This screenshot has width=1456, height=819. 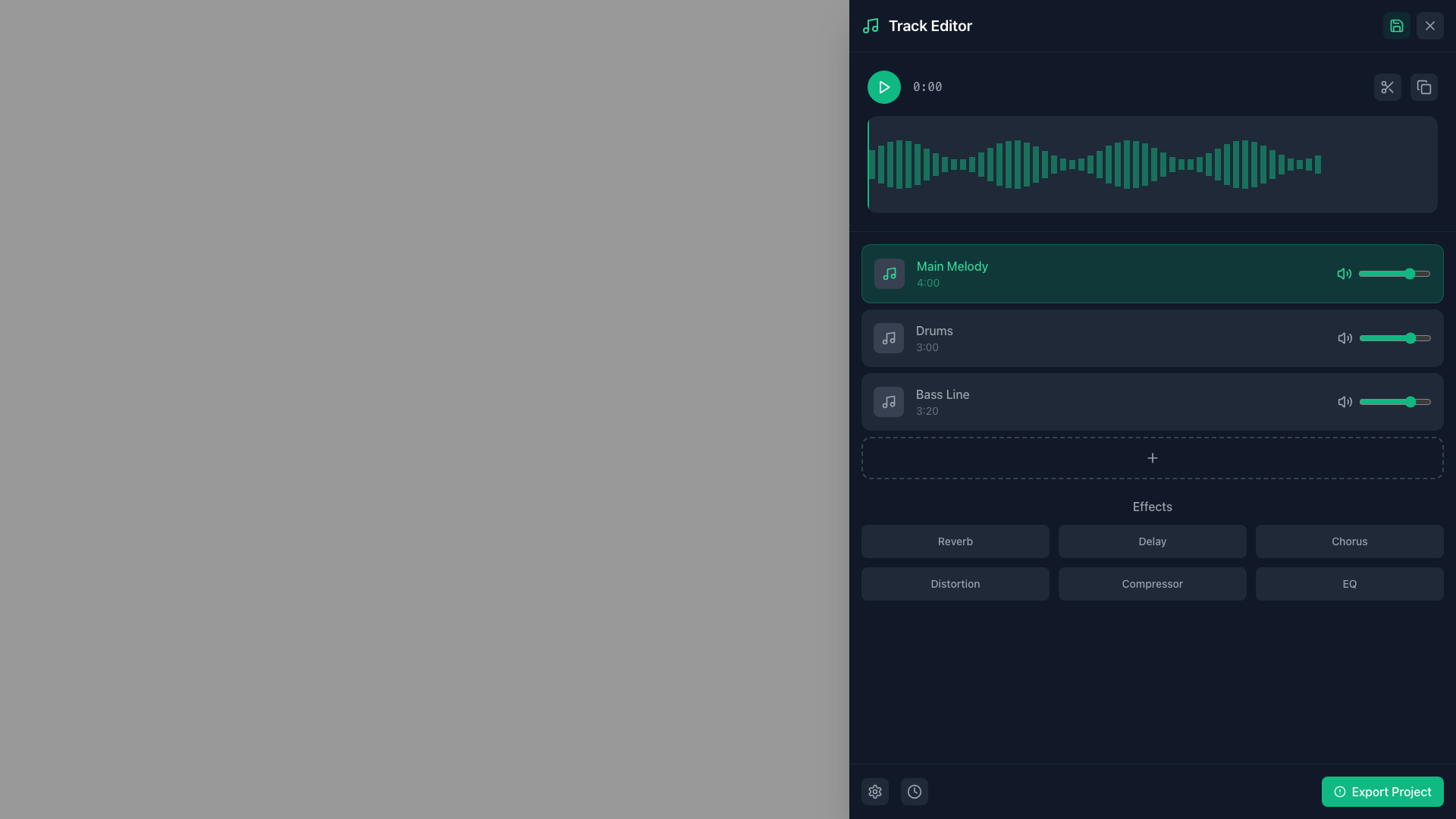 I want to click on the 52nd emerald green vertical rectangle in the waveform-like interface, so click(x=1290, y=164).